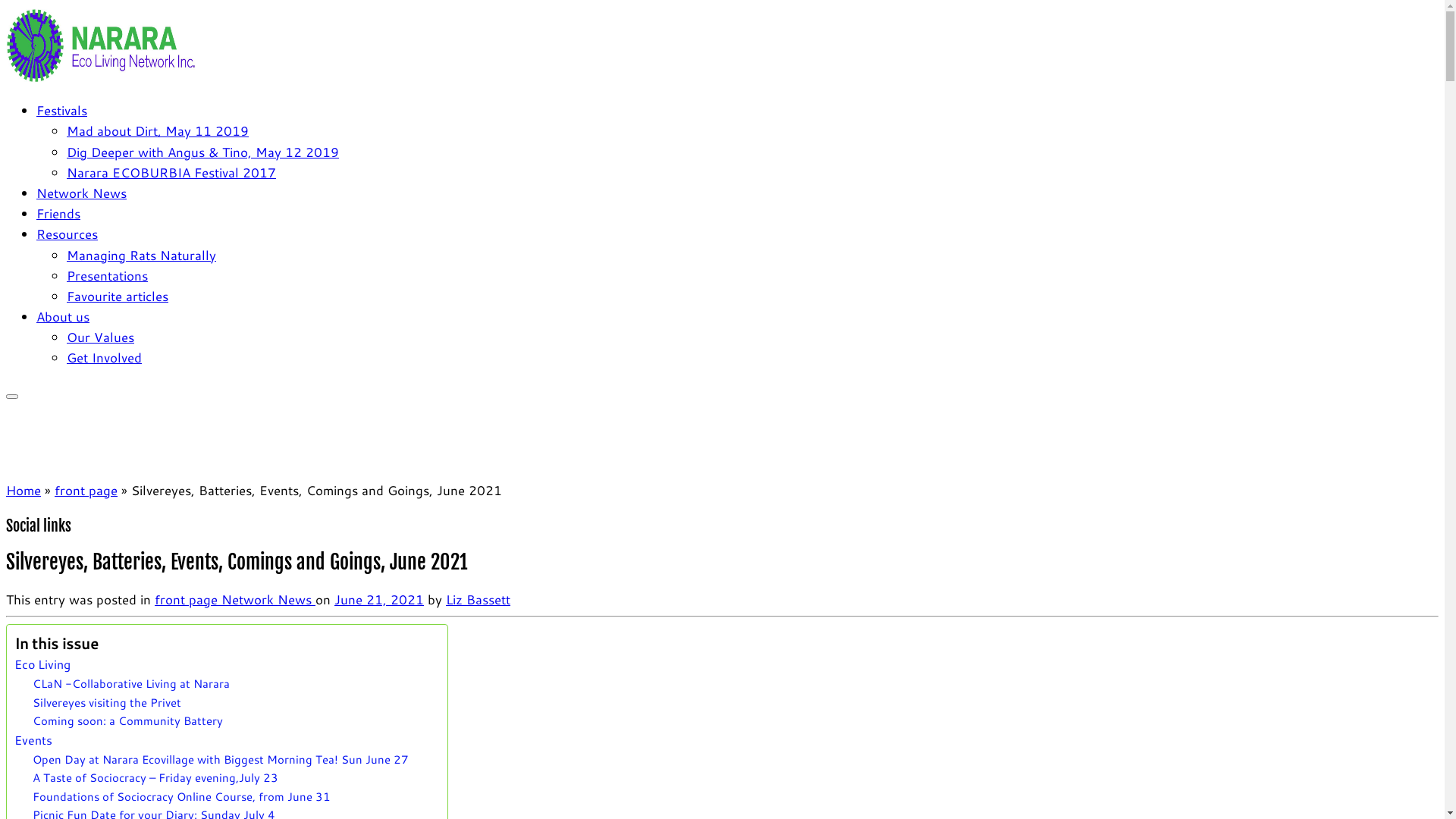 The image size is (1456, 819). Describe the element at coordinates (11, 396) in the screenshot. I see `'Open the menu'` at that location.